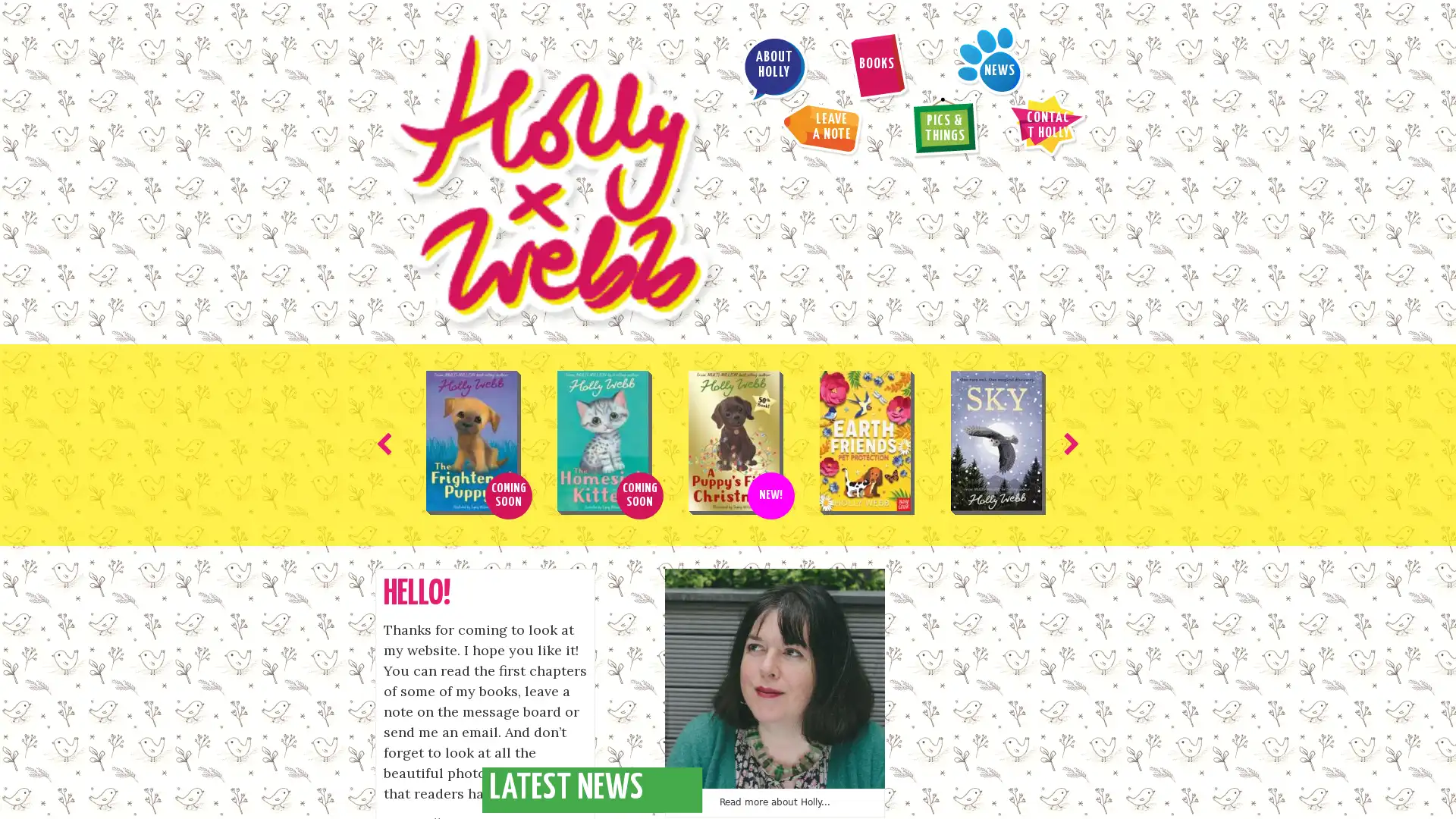 Image resolution: width=1456 pixels, height=819 pixels. I want to click on Previous, so click(387, 265).